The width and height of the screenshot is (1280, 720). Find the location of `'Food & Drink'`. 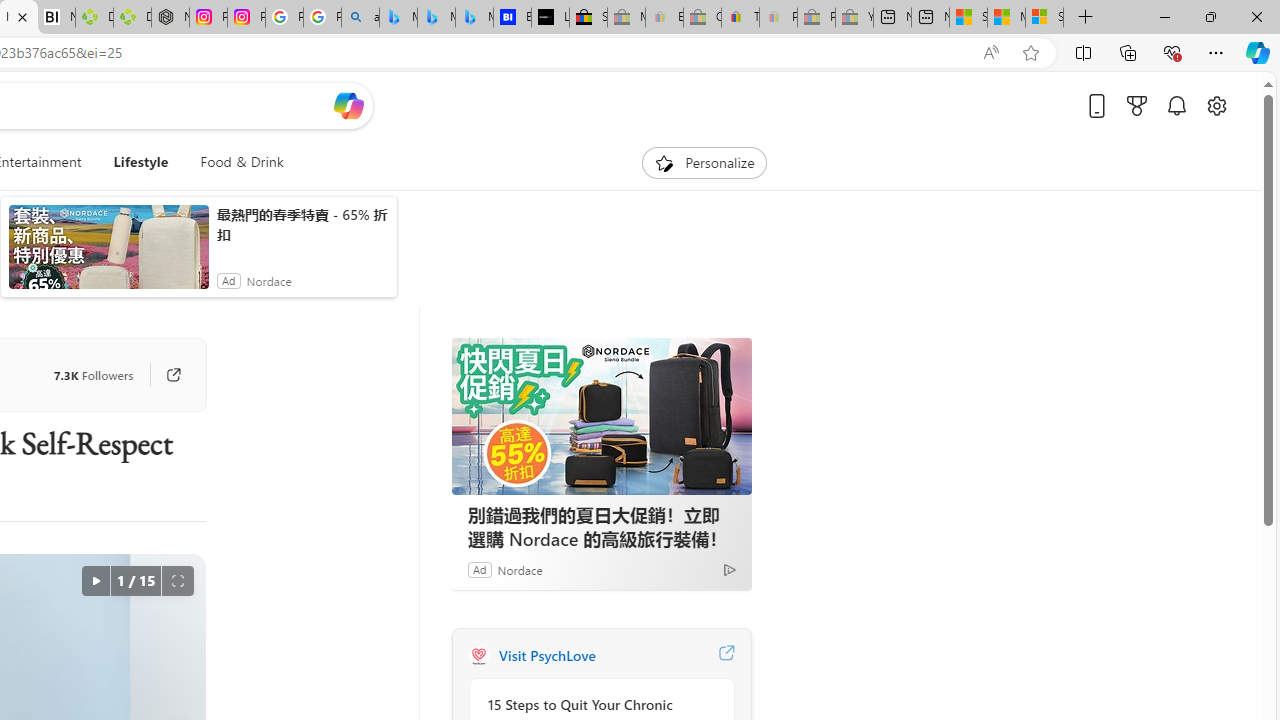

'Food & Drink' is located at coordinates (234, 162).